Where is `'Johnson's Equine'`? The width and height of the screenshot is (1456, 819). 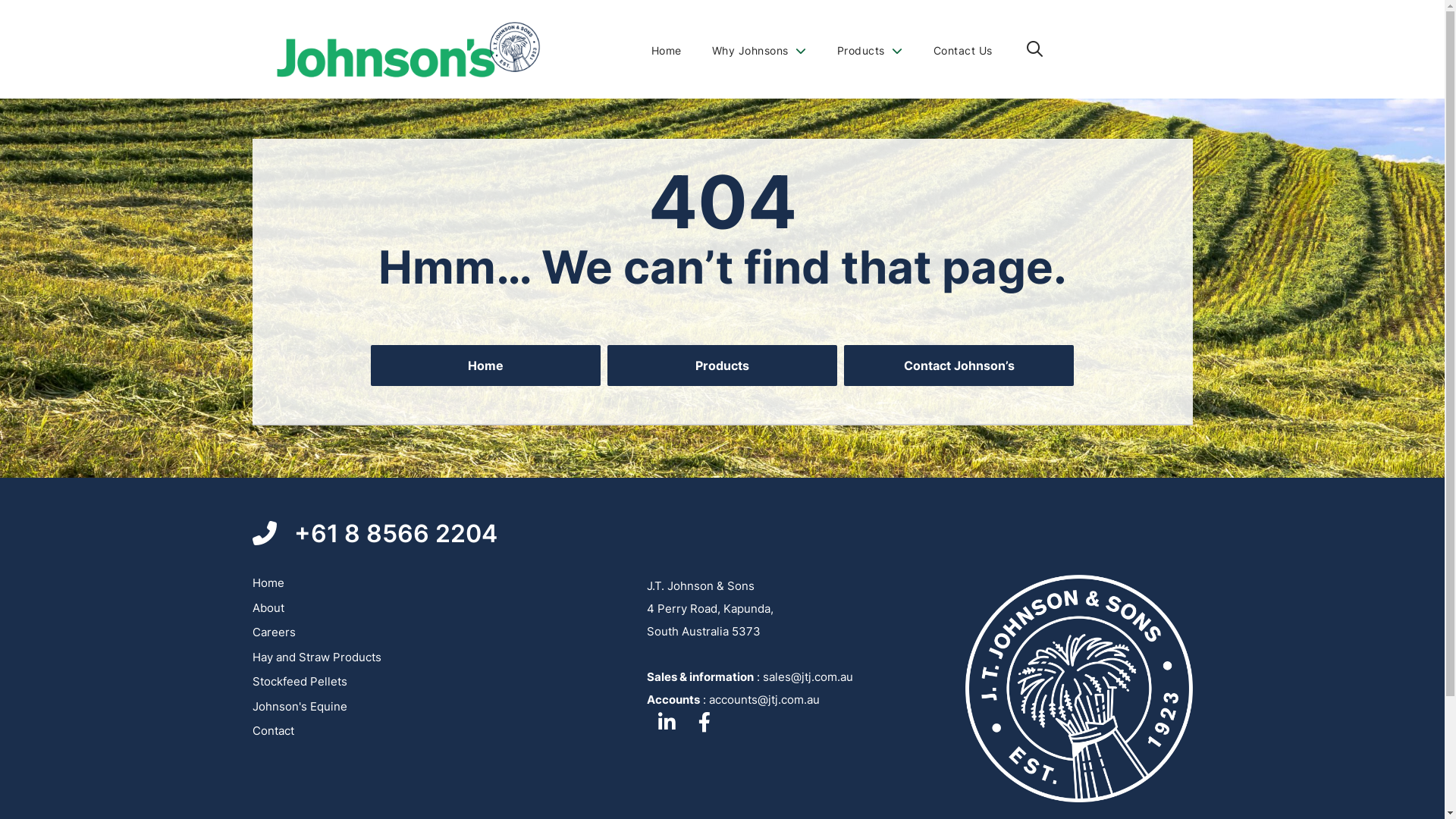 'Johnson's Equine' is located at coordinates (299, 706).